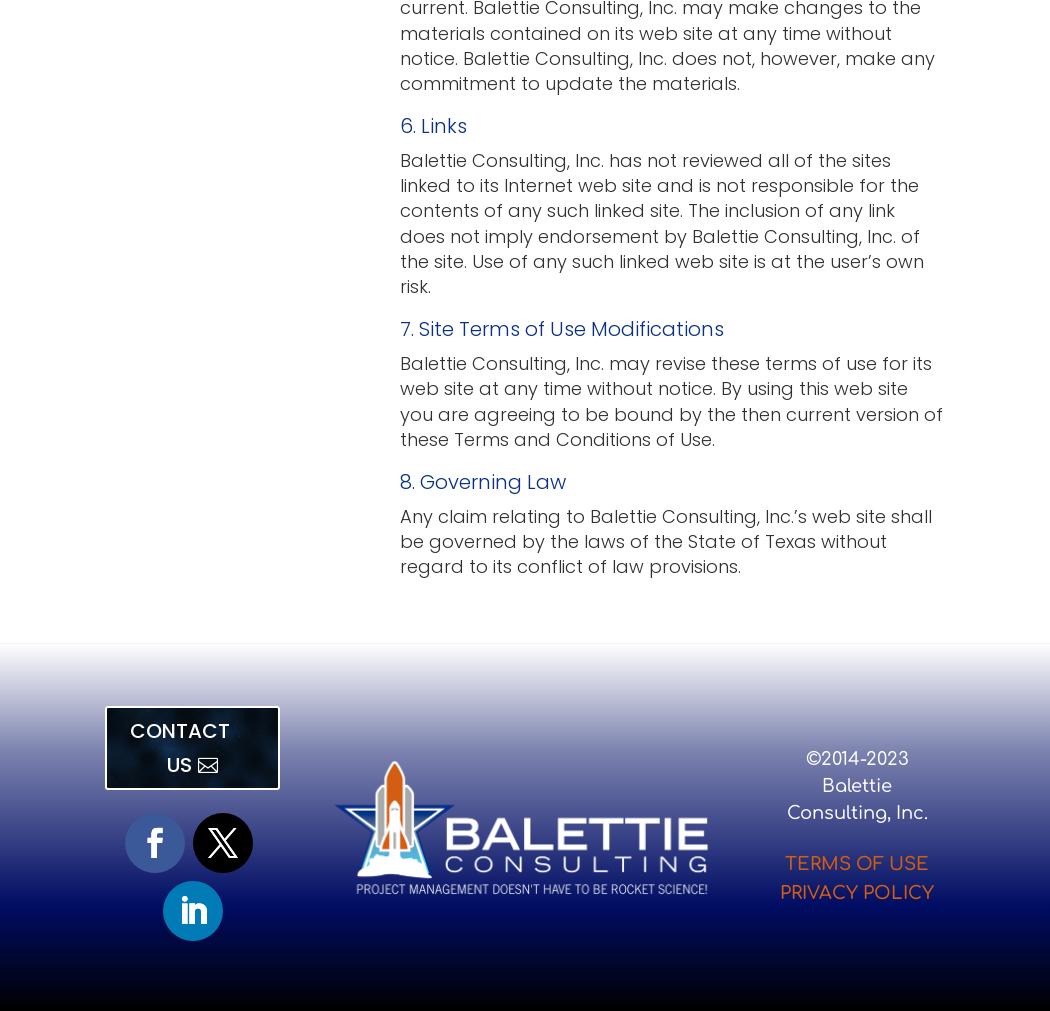 The height and width of the screenshot is (1011, 1050). I want to click on 'TERMS OF USE', so click(857, 864).